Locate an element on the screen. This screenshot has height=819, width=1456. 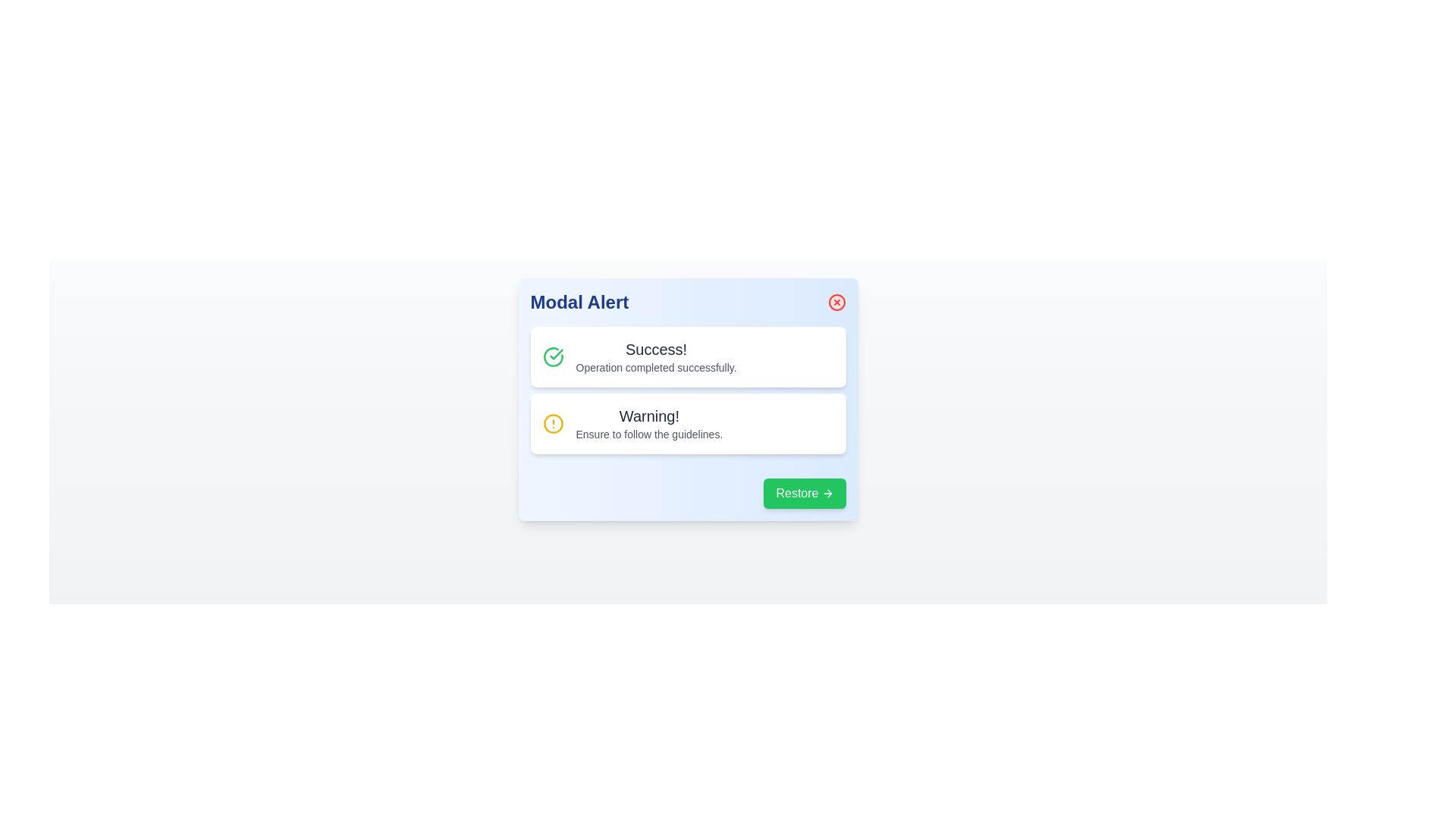
the right arrow icon located within the 'Restore' button at the bottom-right corner of the modal is located at coordinates (827, 494).